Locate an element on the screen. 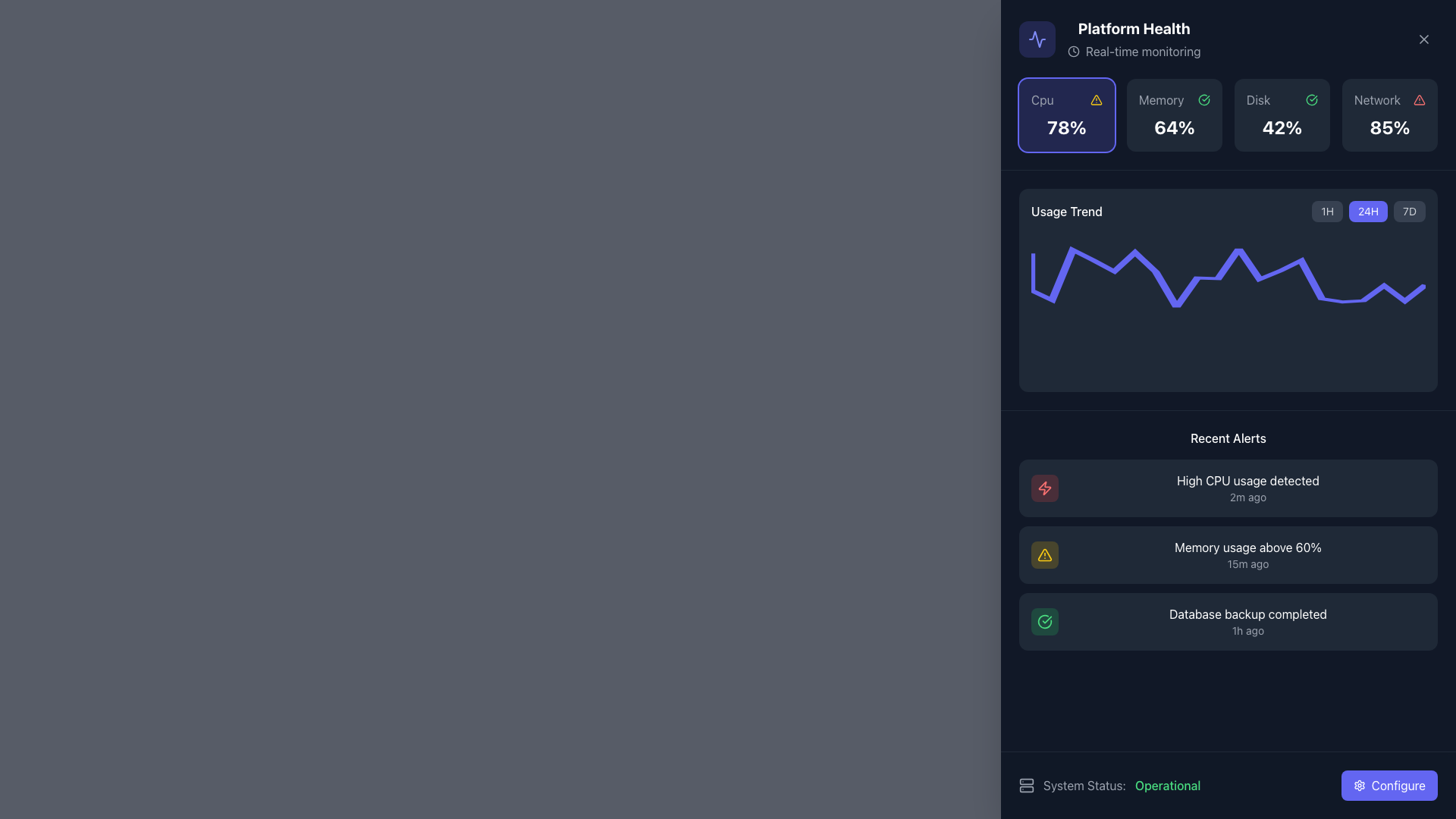  the first button in the horizontal row of three buttons in the 'Usage Trend' section is located at coordinates (1326, 211).